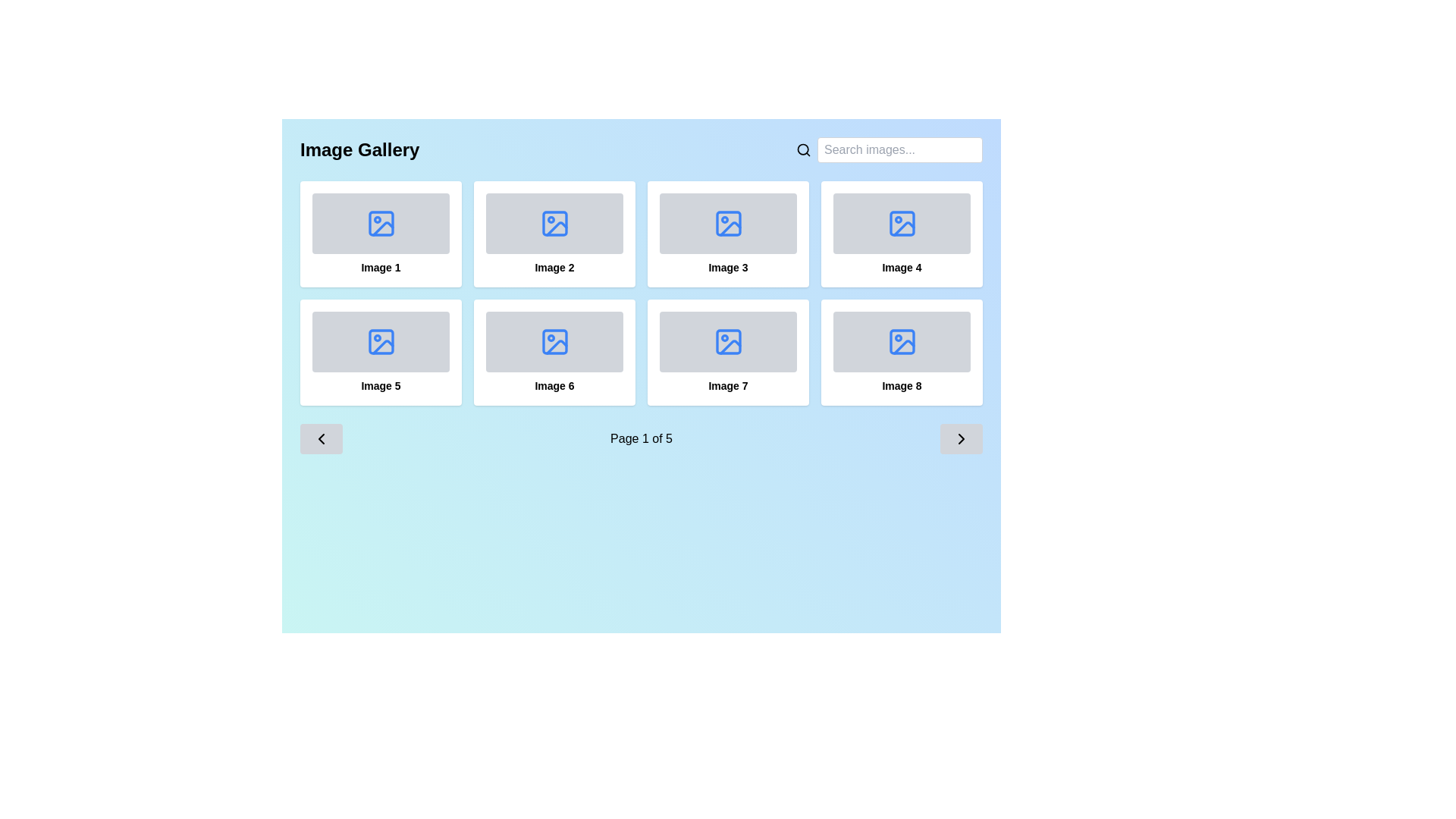 This screenshot has width=1456, height=819. I want to click on the text input field located in the top right corner of the interface to focus on it, so click(899, 149).